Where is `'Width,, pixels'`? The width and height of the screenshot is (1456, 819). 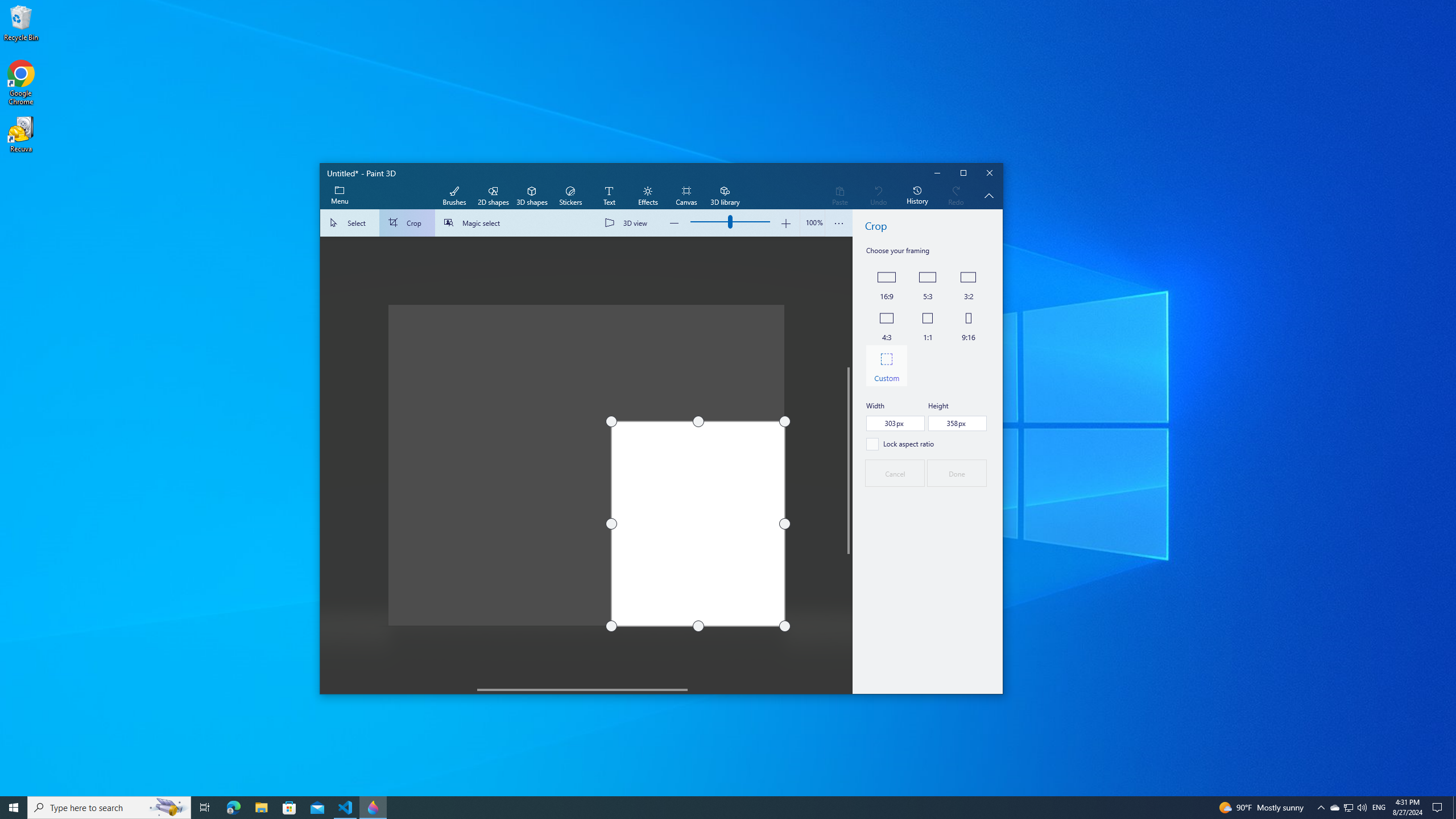 'Width,, pixels' is located at coordinates (895, 423).